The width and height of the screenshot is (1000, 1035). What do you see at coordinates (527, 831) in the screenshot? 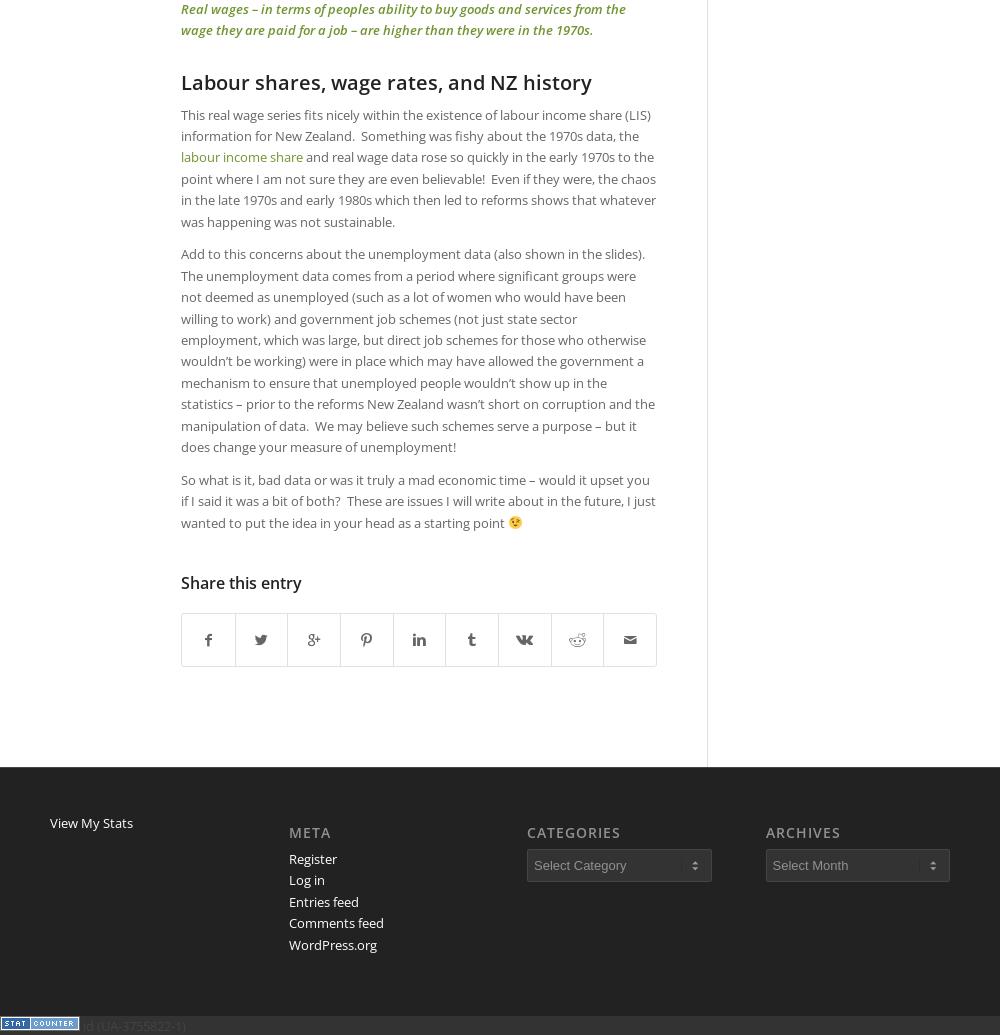
I see `'Categories'` at bounding box center [527, 831].